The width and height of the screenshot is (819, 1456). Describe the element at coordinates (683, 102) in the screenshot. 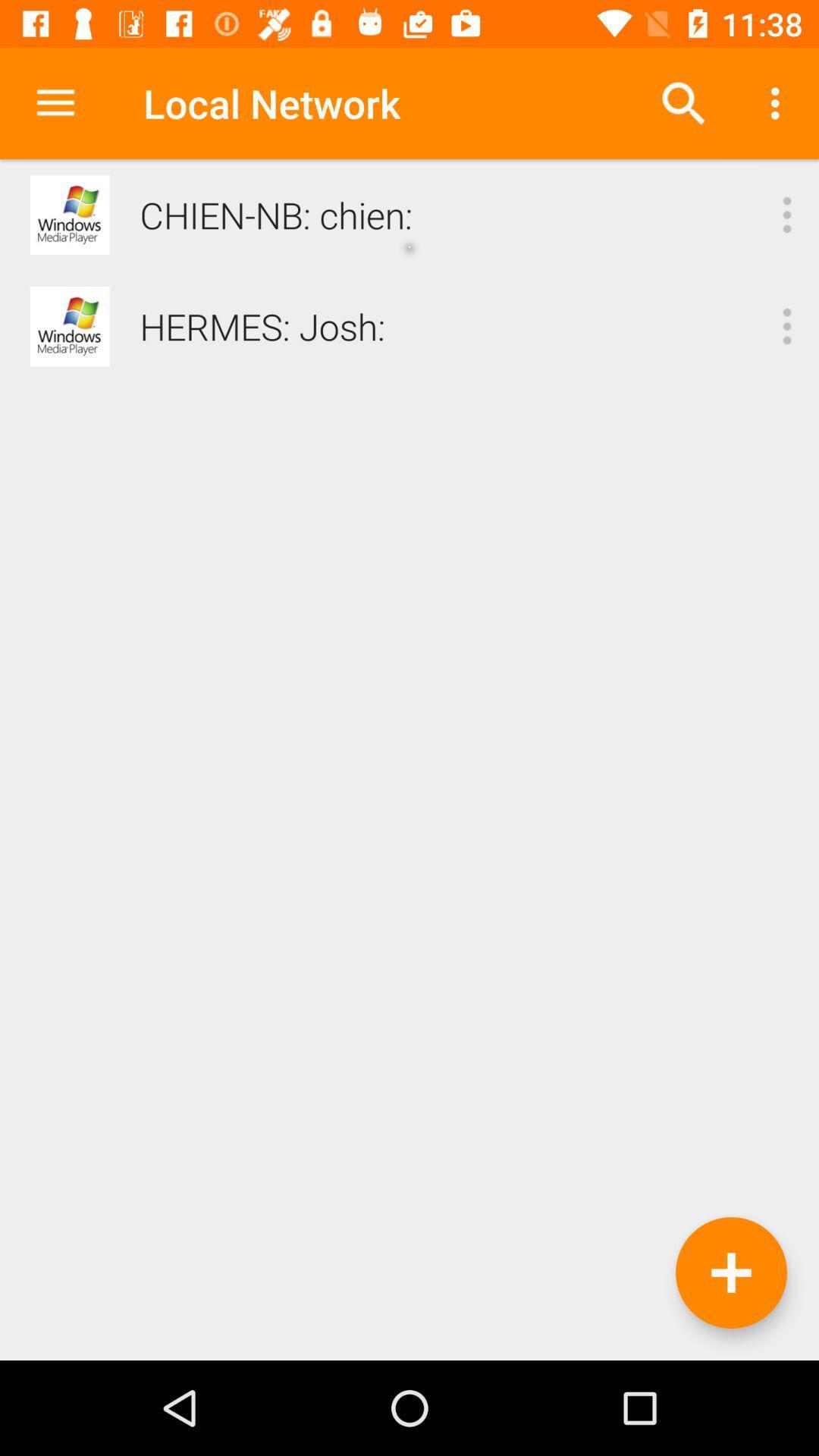

I see `app to the right of local network` at that location.